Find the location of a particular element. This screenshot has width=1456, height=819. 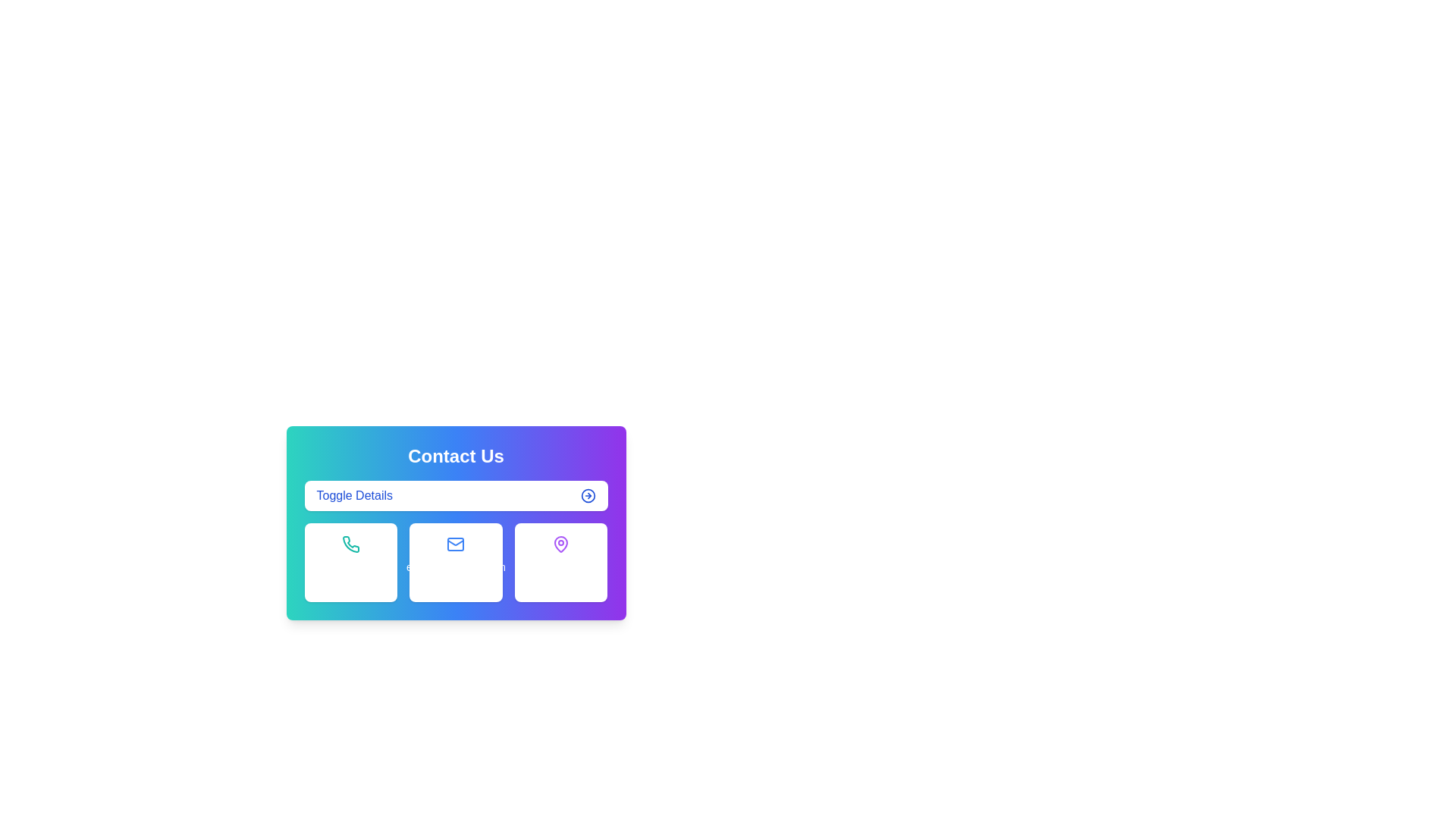

on the display card component that shows the user's email address, located in the middle of a three-item grid layout is located at coordinates (455, 562).